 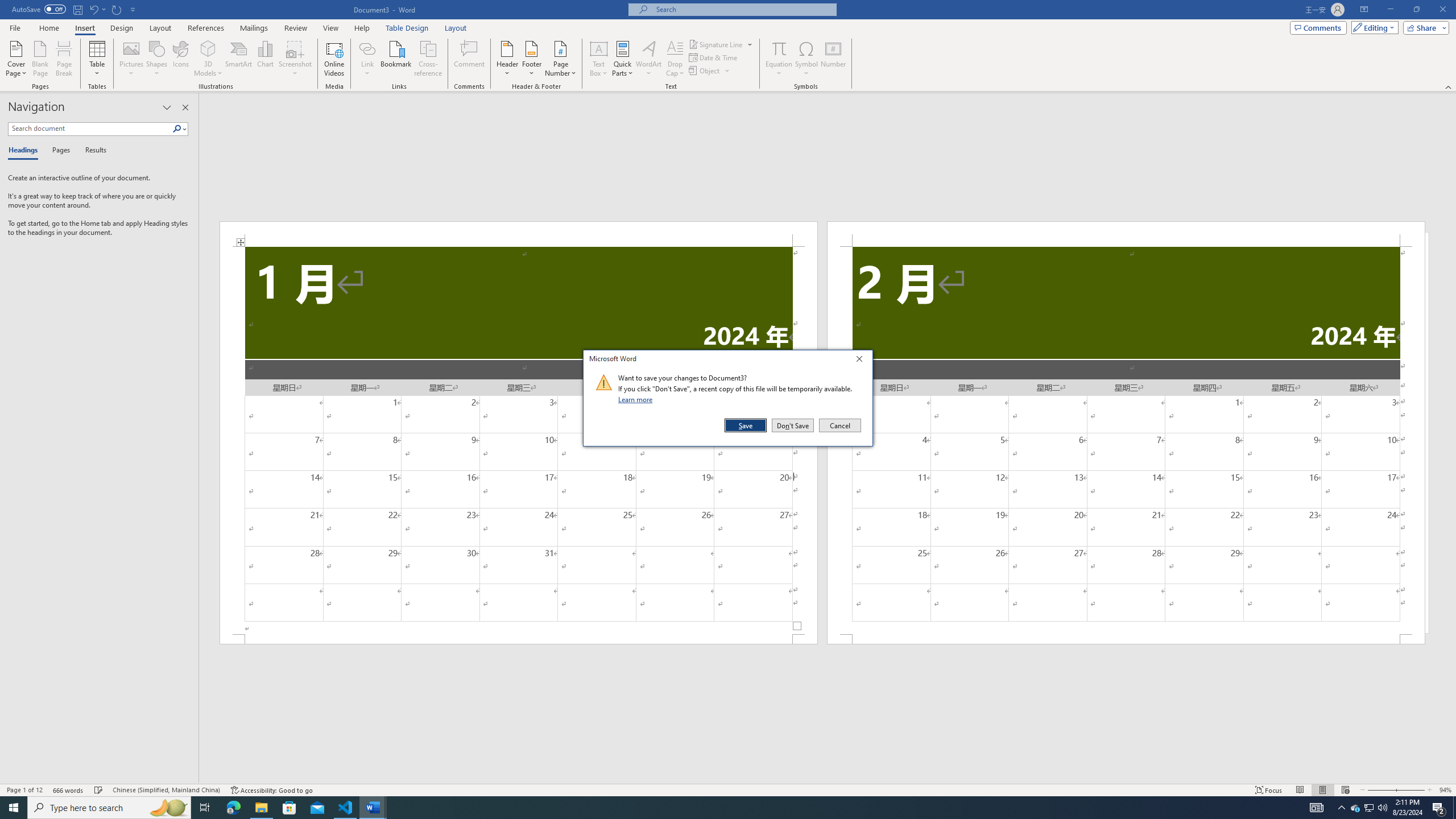 What do you see at coordinates (117, 9) in the screenshot?
I see `'Repeat Doc Close'` at bounding box center [117, 9].